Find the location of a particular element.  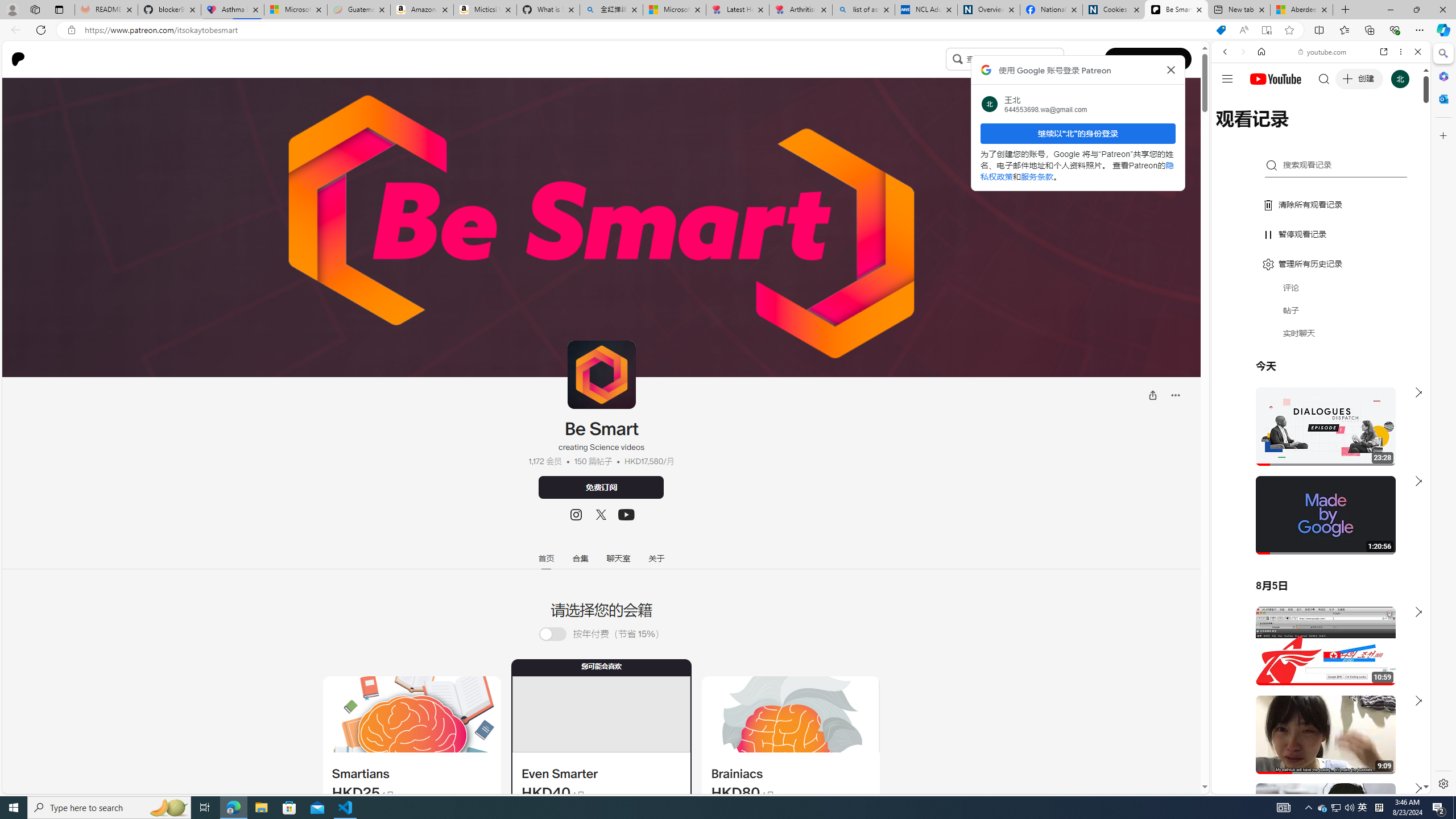

'you' is located at coordinates (1316, 755).